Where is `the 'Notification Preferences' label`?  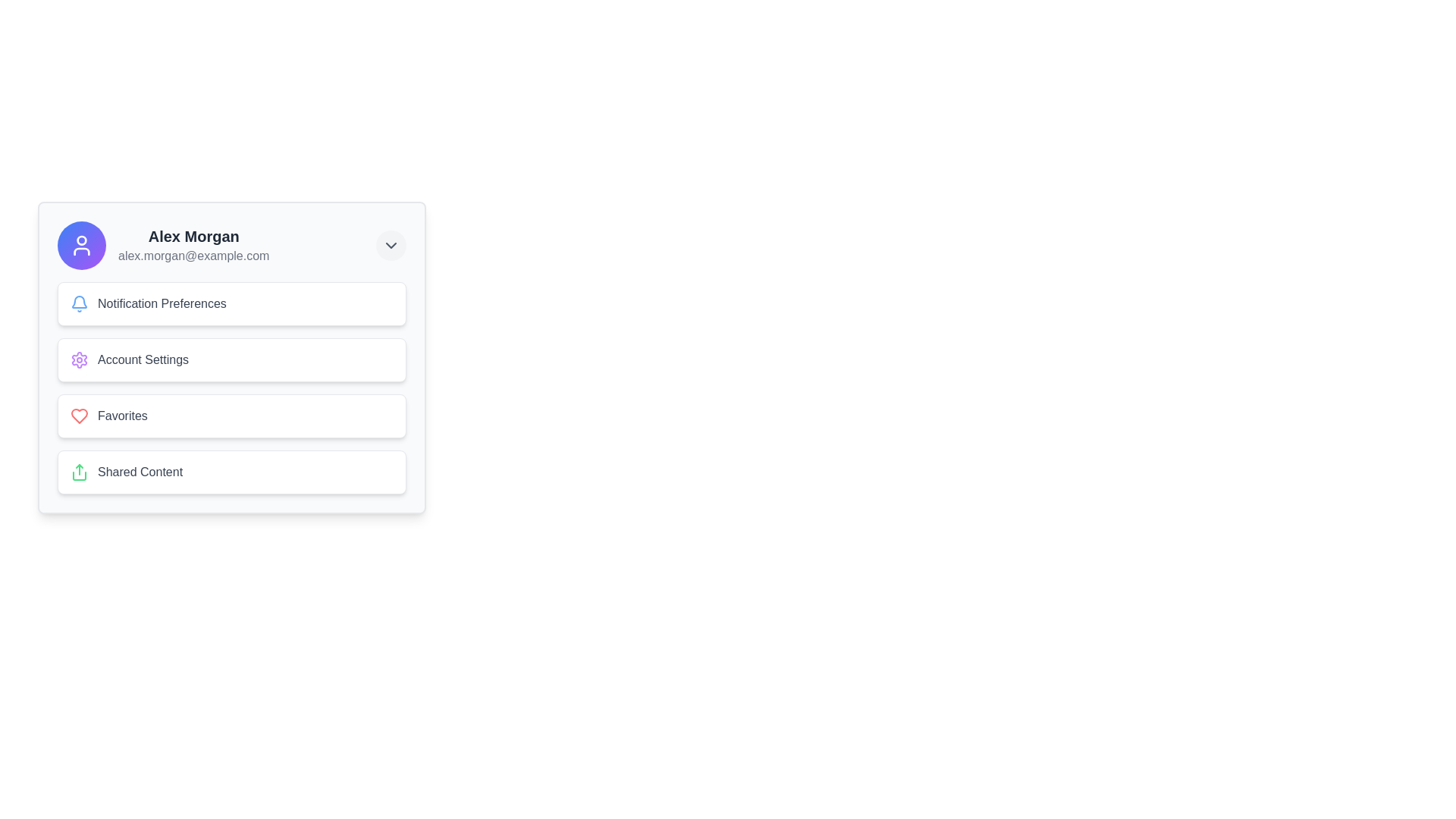 the 'Notification Preferences' label is located at coordinates (162, 304).